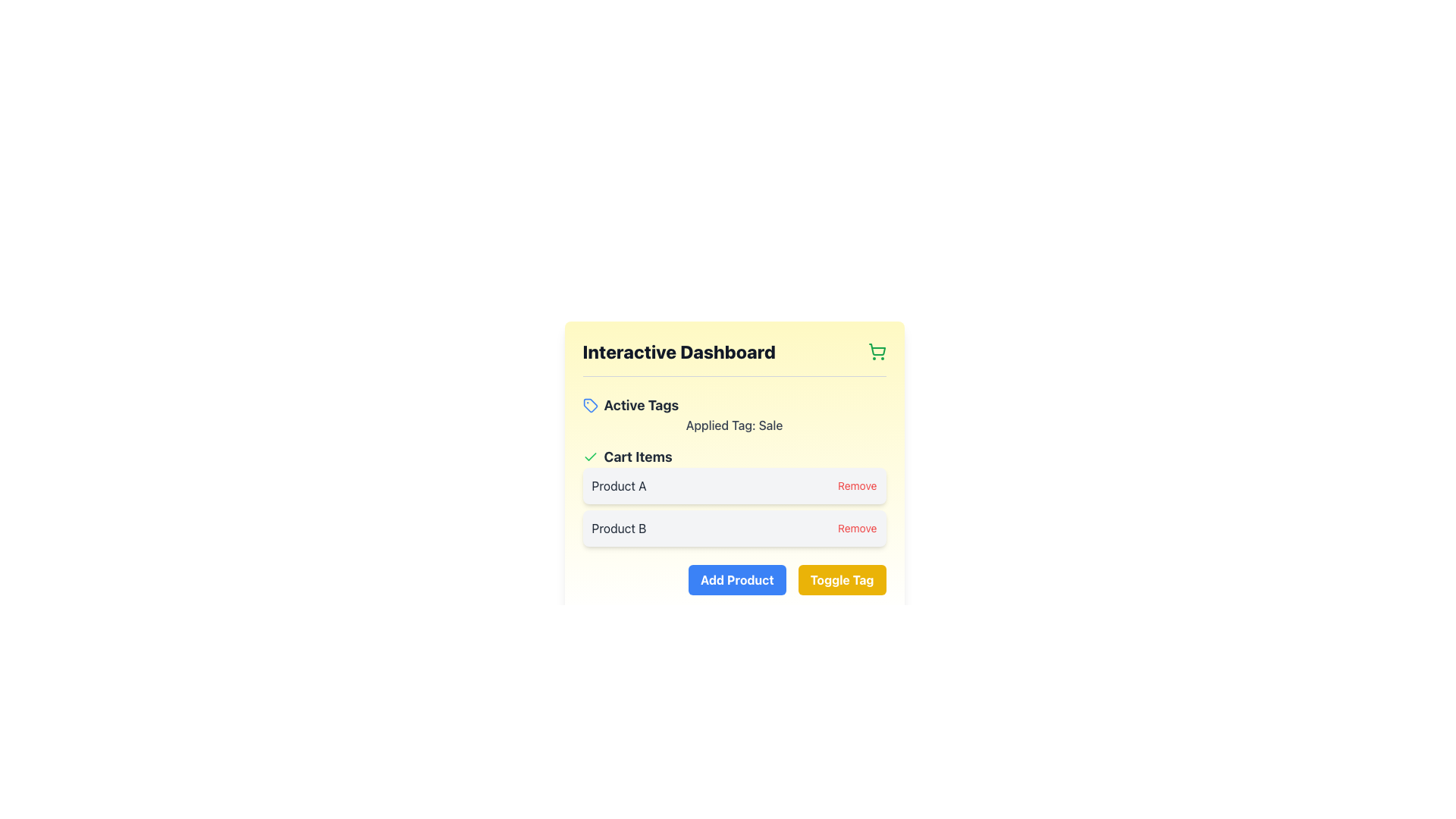 This screenshot has width=1456, height=819. What do you see at coordinates (734, 415) in the screenshot?
I see `displayed tag information from the 'Active Tags' section, which includes the title 'Active Tags' and the smaller text 'Applied Tag: Sale' located near the top-left of the dashboard` at bounding box center [734, 415].